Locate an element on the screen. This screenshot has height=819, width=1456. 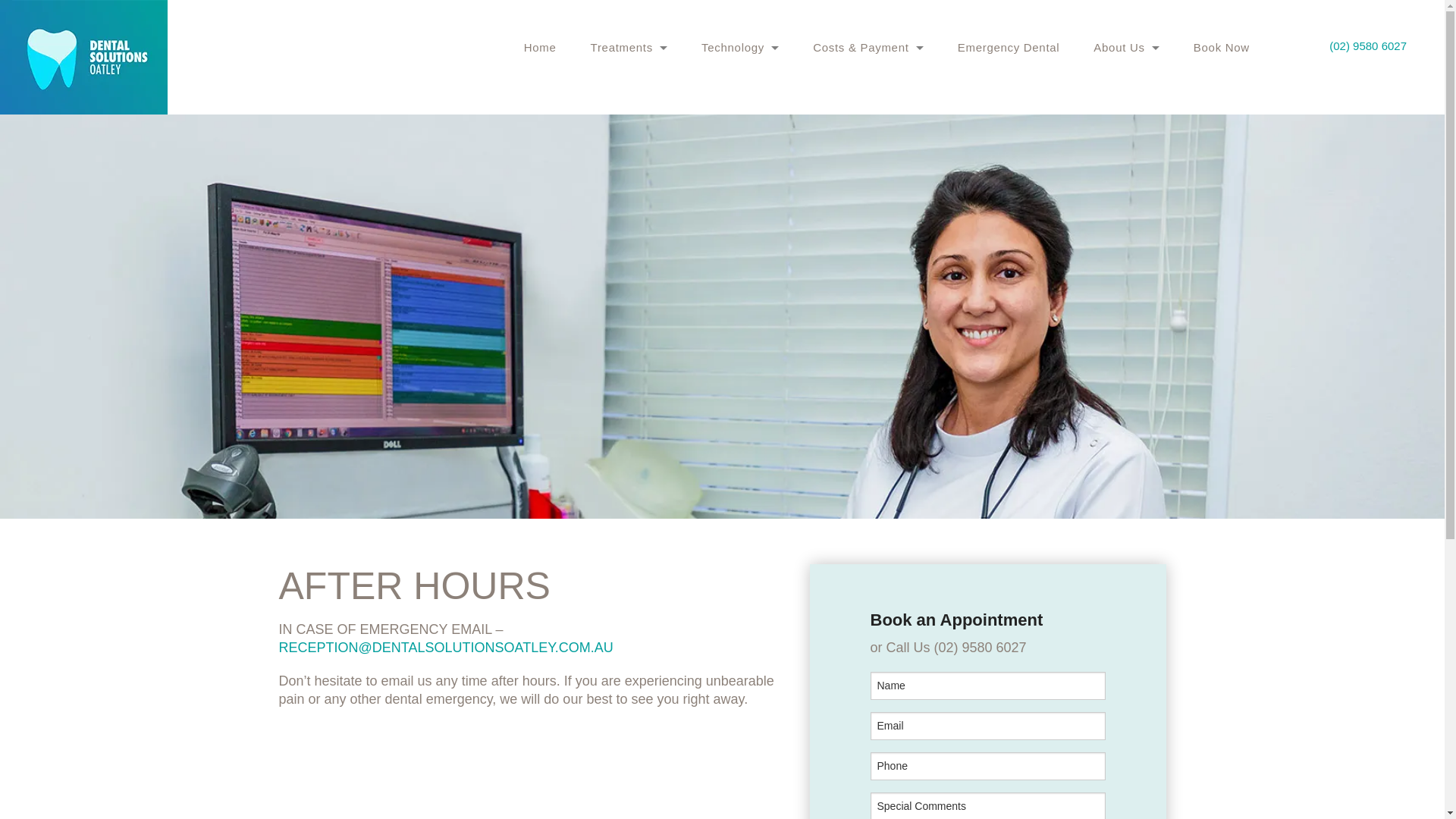
'Emergency Dental' is located at coordinates (1009, 46).